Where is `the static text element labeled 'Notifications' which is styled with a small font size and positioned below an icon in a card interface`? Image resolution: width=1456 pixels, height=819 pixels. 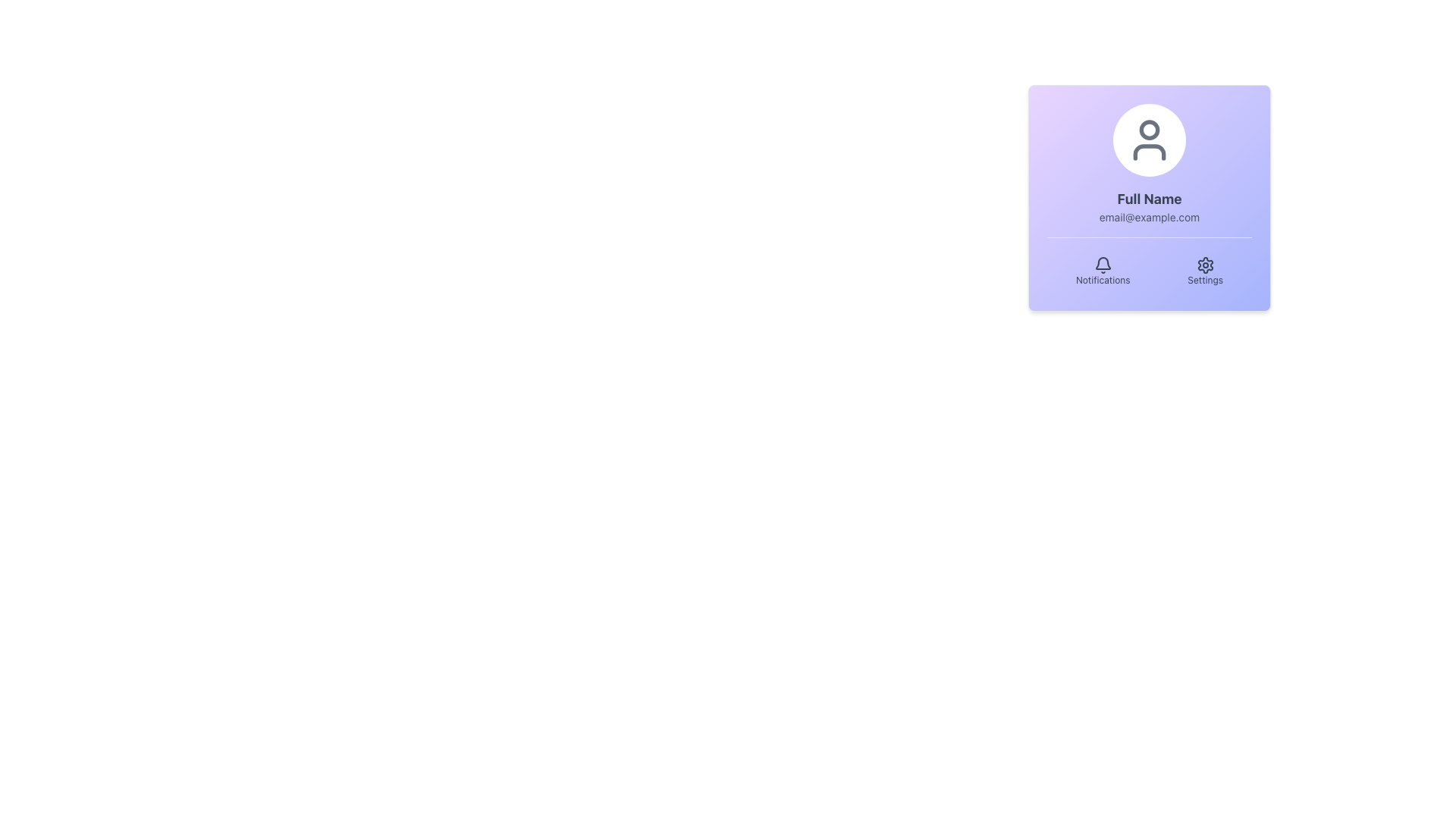
the static text element labeled 'Notifications' which is styled with a small font size and positioned below an icon in a card interface is located at coordinates (1103, 281).